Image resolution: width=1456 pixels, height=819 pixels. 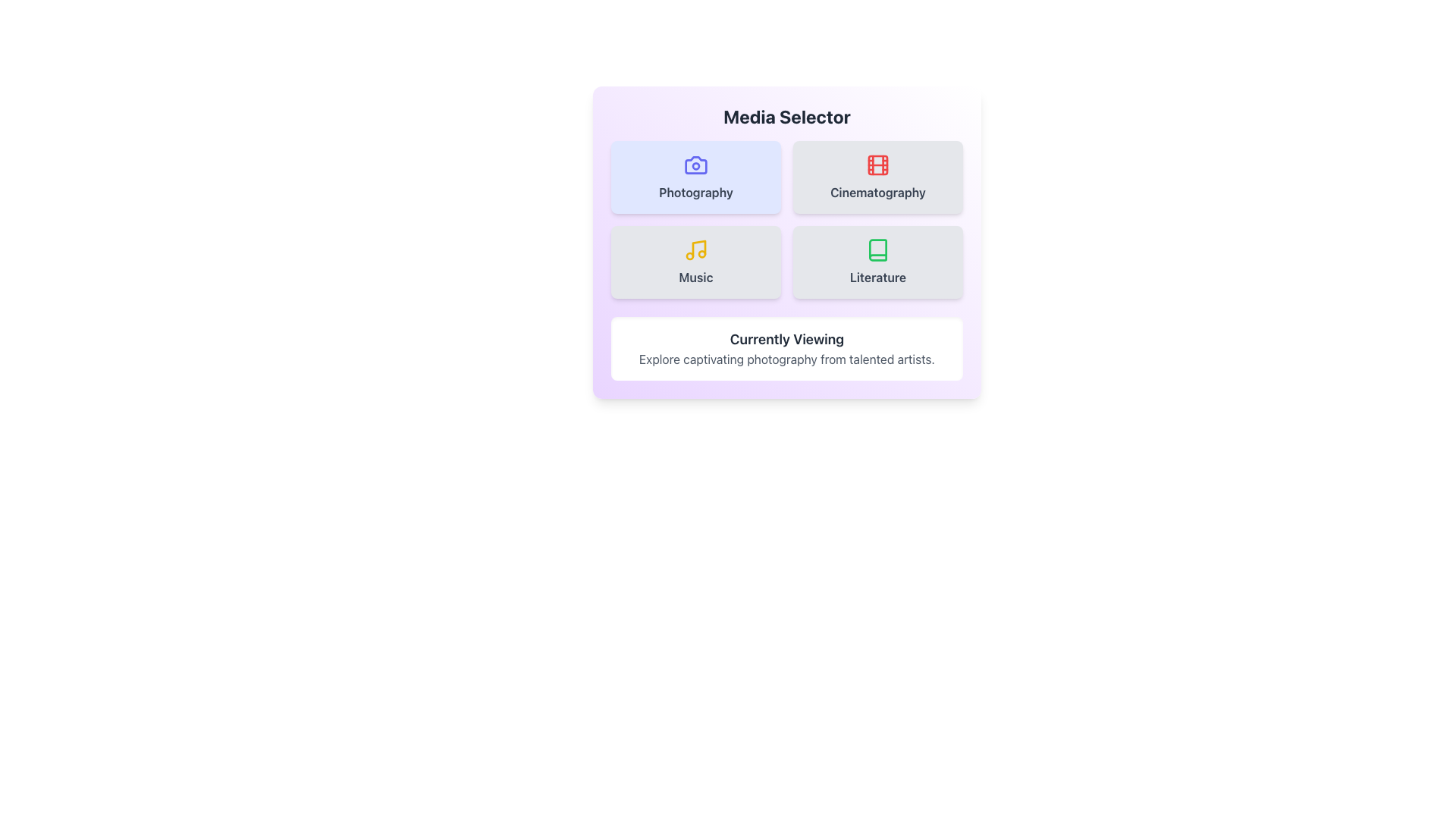 I want to click on the book icon with a green outline located within the 'Literature' button in the bottom-right of the main selection buttons, so click(x=877, y=249).